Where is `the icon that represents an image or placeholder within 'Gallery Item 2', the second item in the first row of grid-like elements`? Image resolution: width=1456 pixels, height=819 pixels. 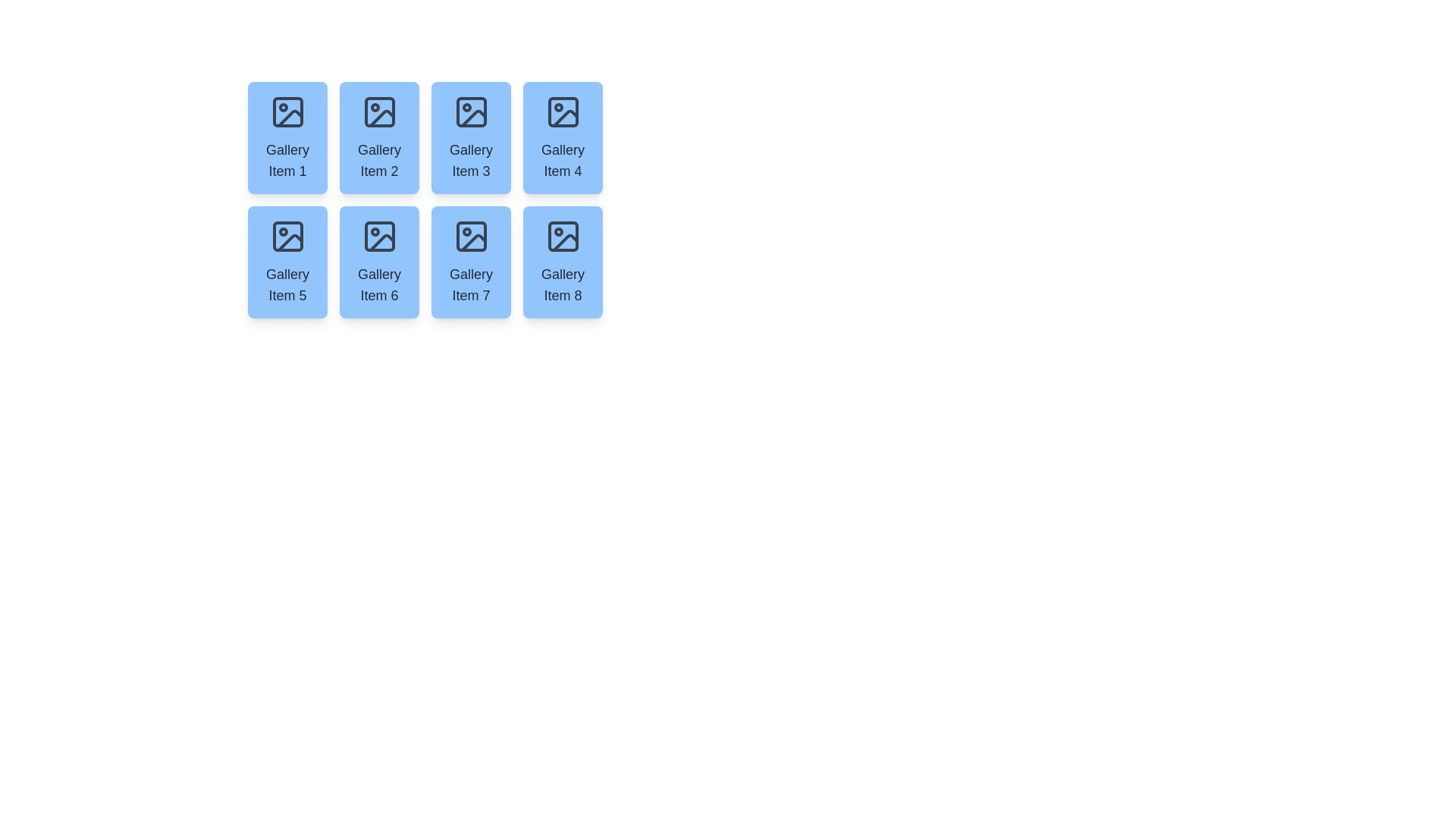
the icon that represents an image or placeholder within 'Gallery Item 2', the second item in the first row of grid-like elements is located at coordinates (379, 111).